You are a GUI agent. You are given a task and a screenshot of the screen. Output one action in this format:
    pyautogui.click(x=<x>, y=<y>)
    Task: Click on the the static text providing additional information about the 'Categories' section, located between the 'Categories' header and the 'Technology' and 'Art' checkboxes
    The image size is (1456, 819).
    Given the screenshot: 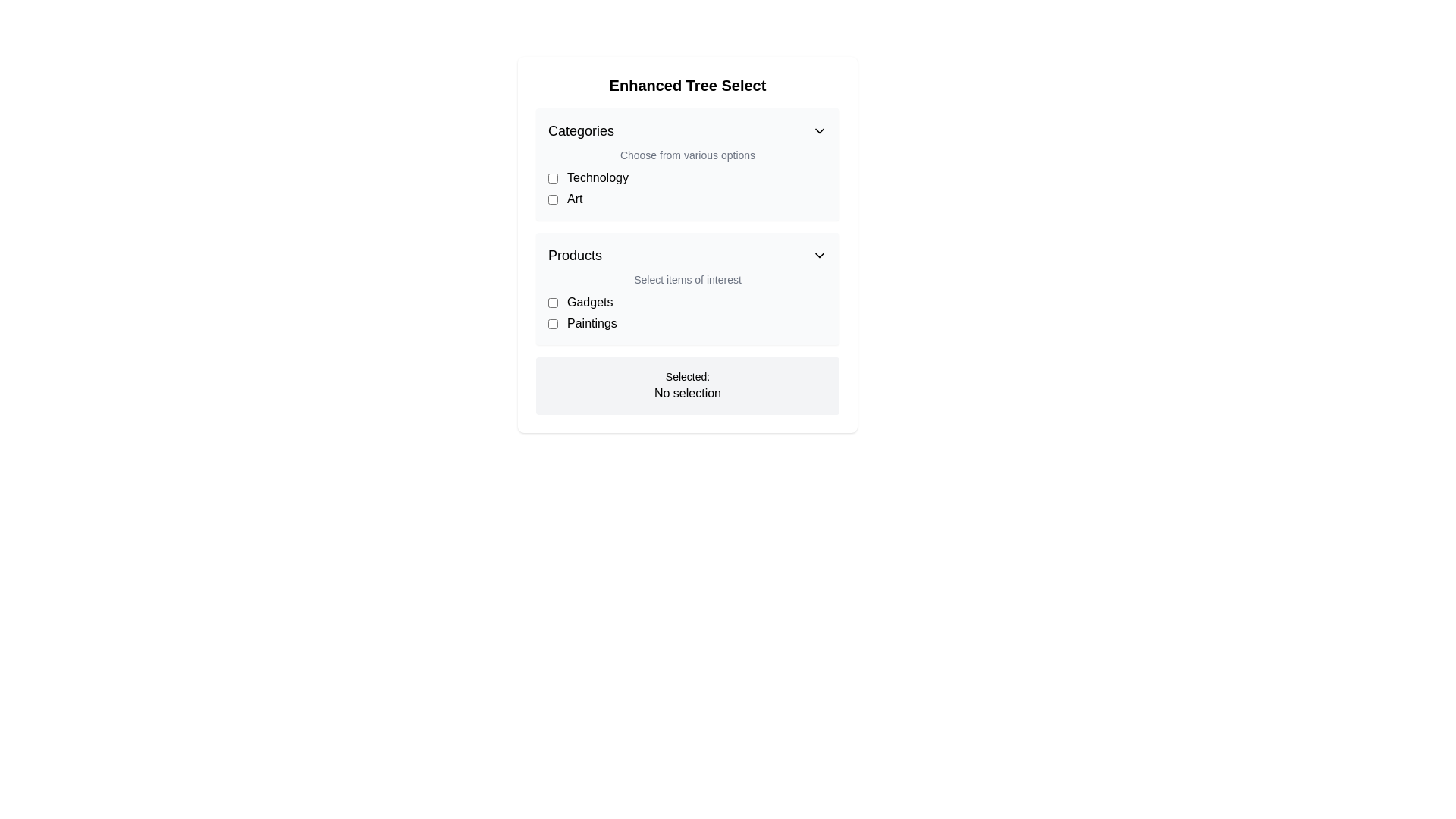 What is the action you would take?
    pyautogui.click(x=687, y=155)
    